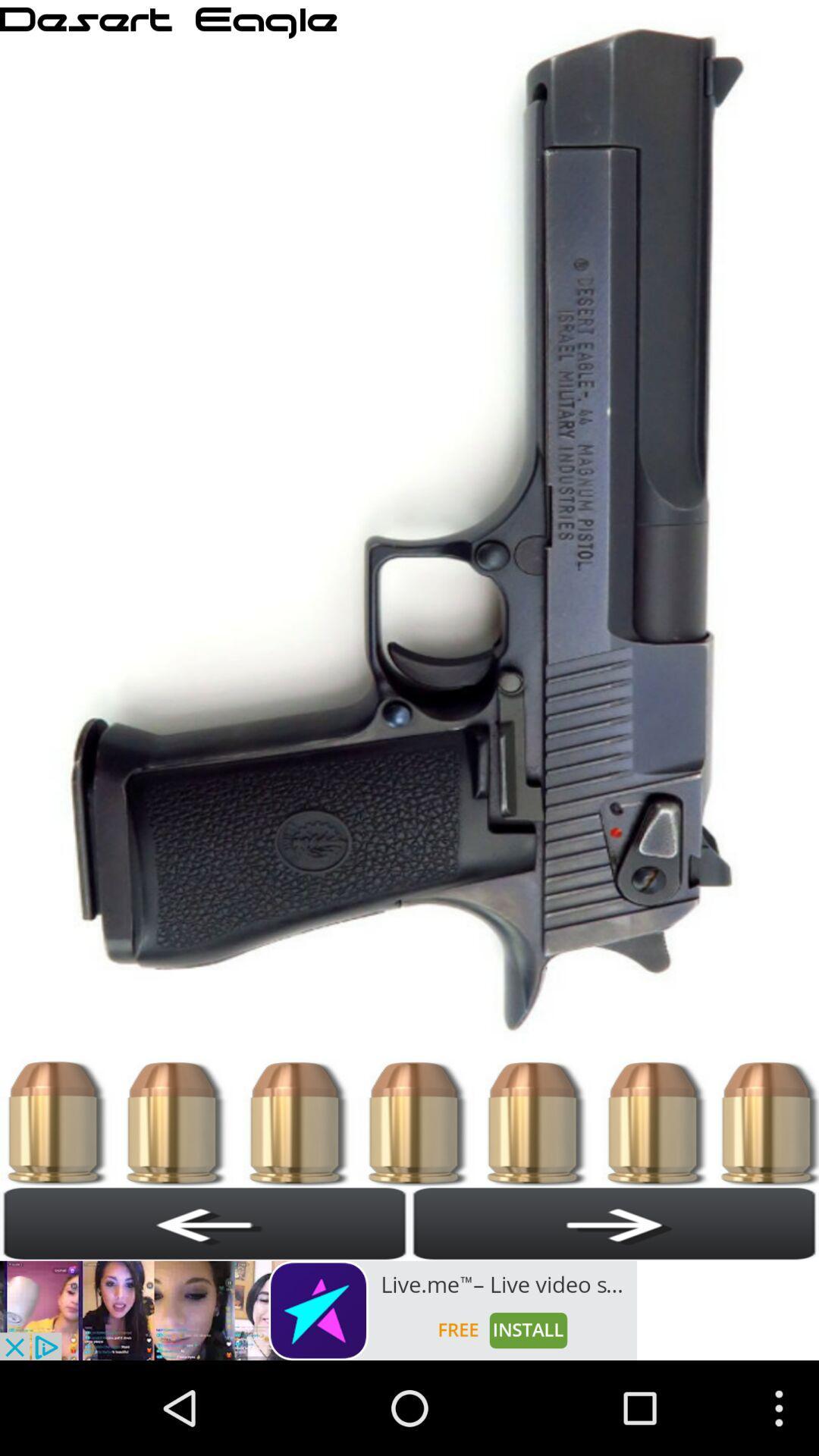 The image size is (819, 1456). Describe the element at coordinates (614, 1223) in the screenshot. I see `go forward` at that location.